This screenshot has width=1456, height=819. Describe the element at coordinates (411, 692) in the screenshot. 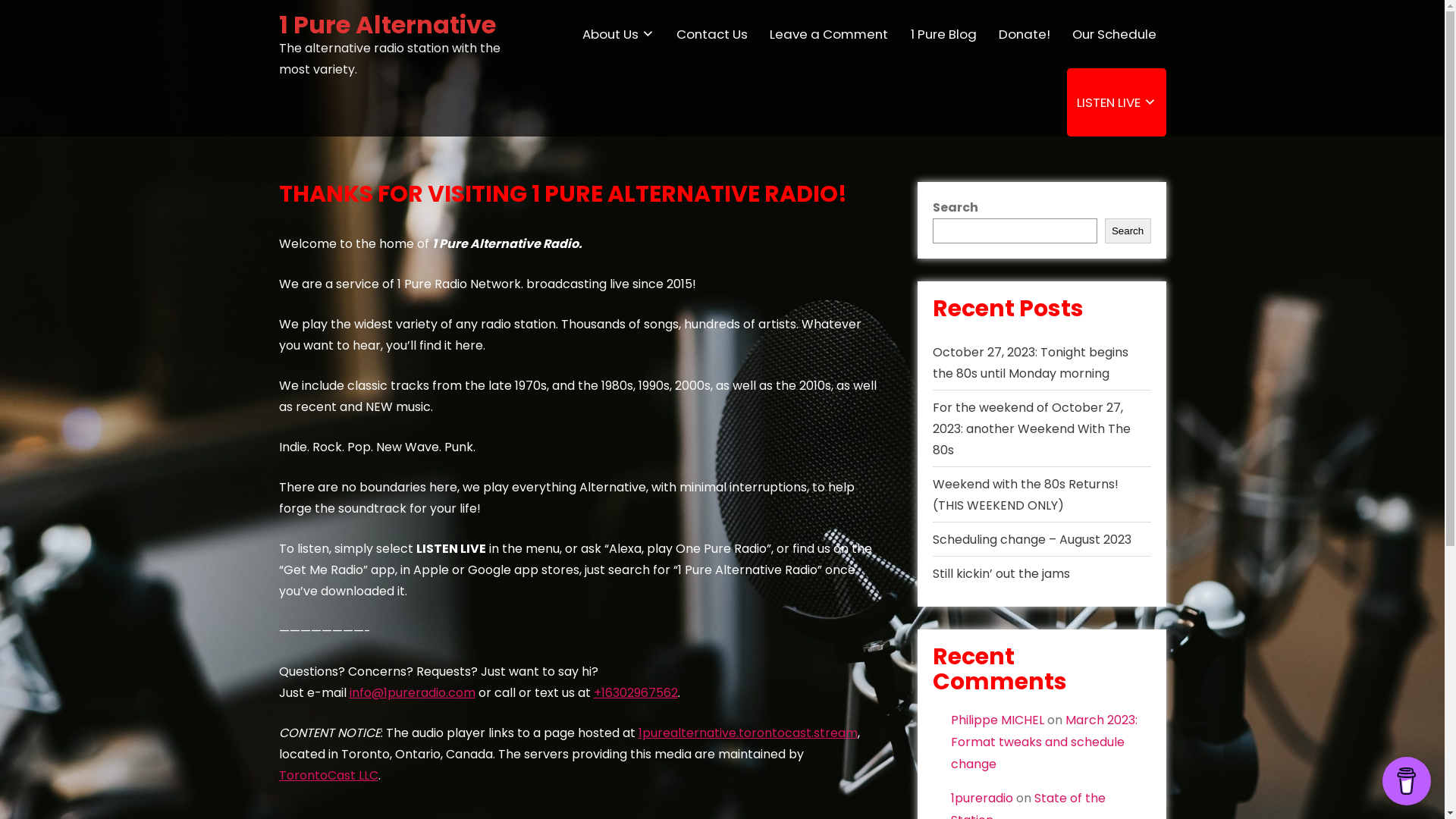

I see `'info@1pureradio.com'` at that location.